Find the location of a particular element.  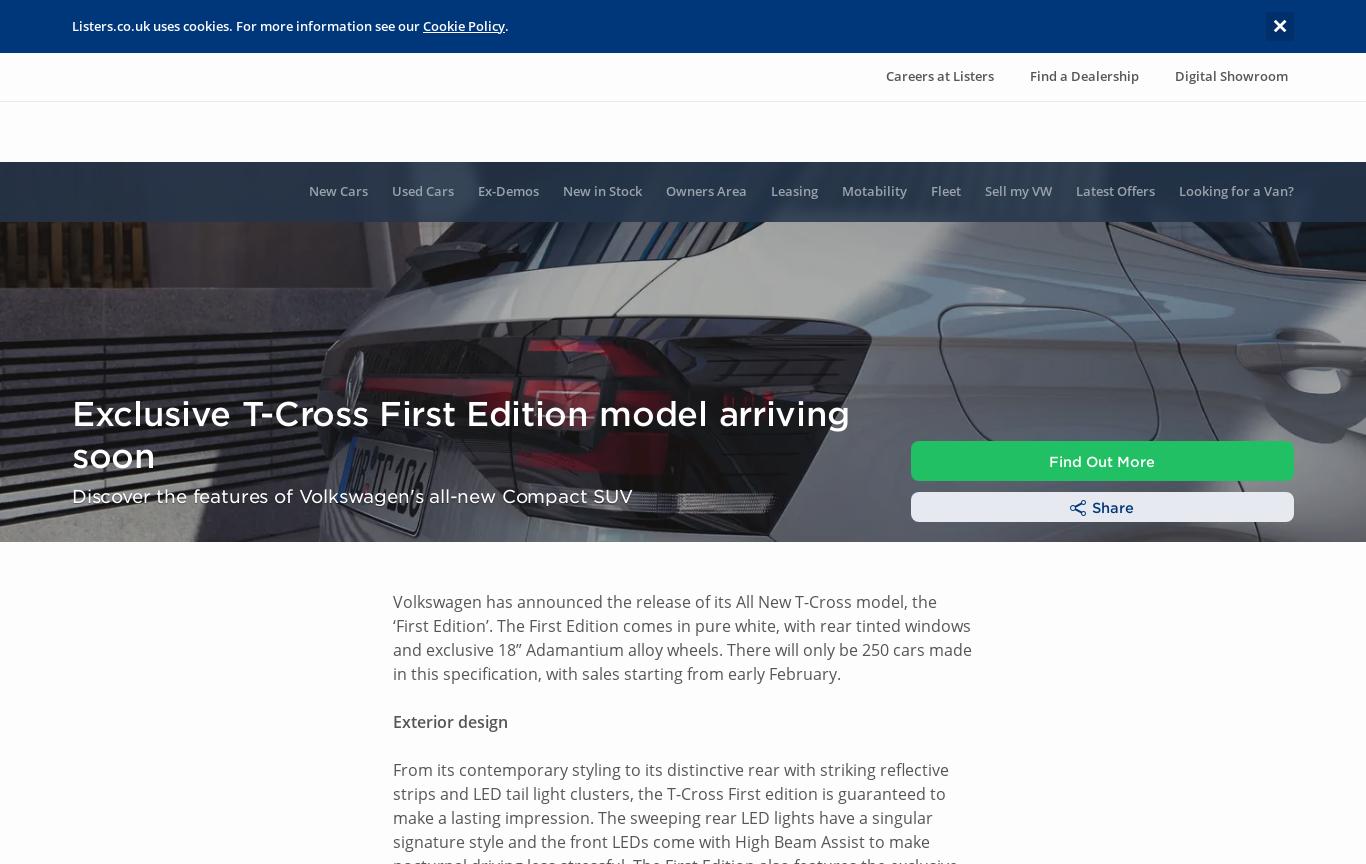

'Listers Volkswagen Coventry' is located at coordinates (172, 695).